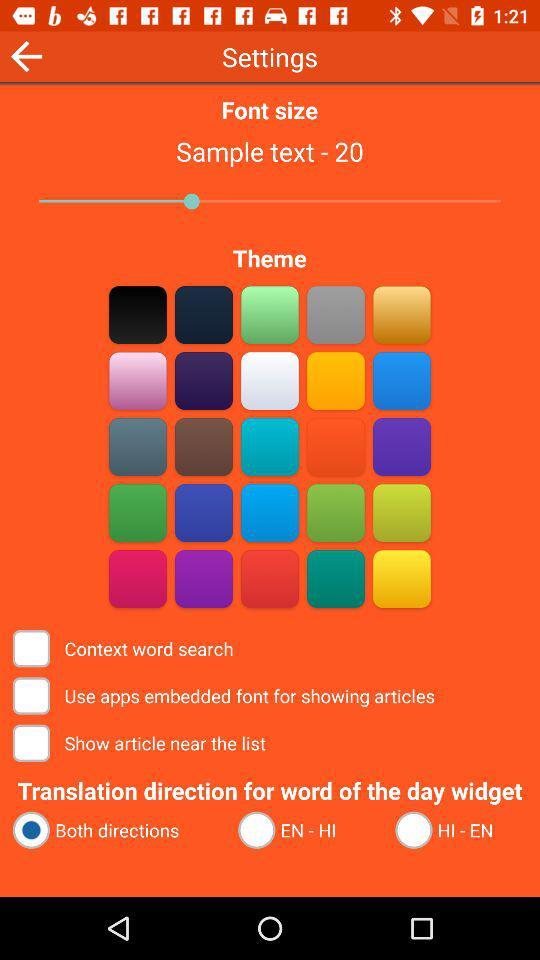 This screenshot has height=960, width=540. What do you see at coordinates (225, 696) in the screenshot?
I see `the item below context word search item` at bounding box center [225, 696].